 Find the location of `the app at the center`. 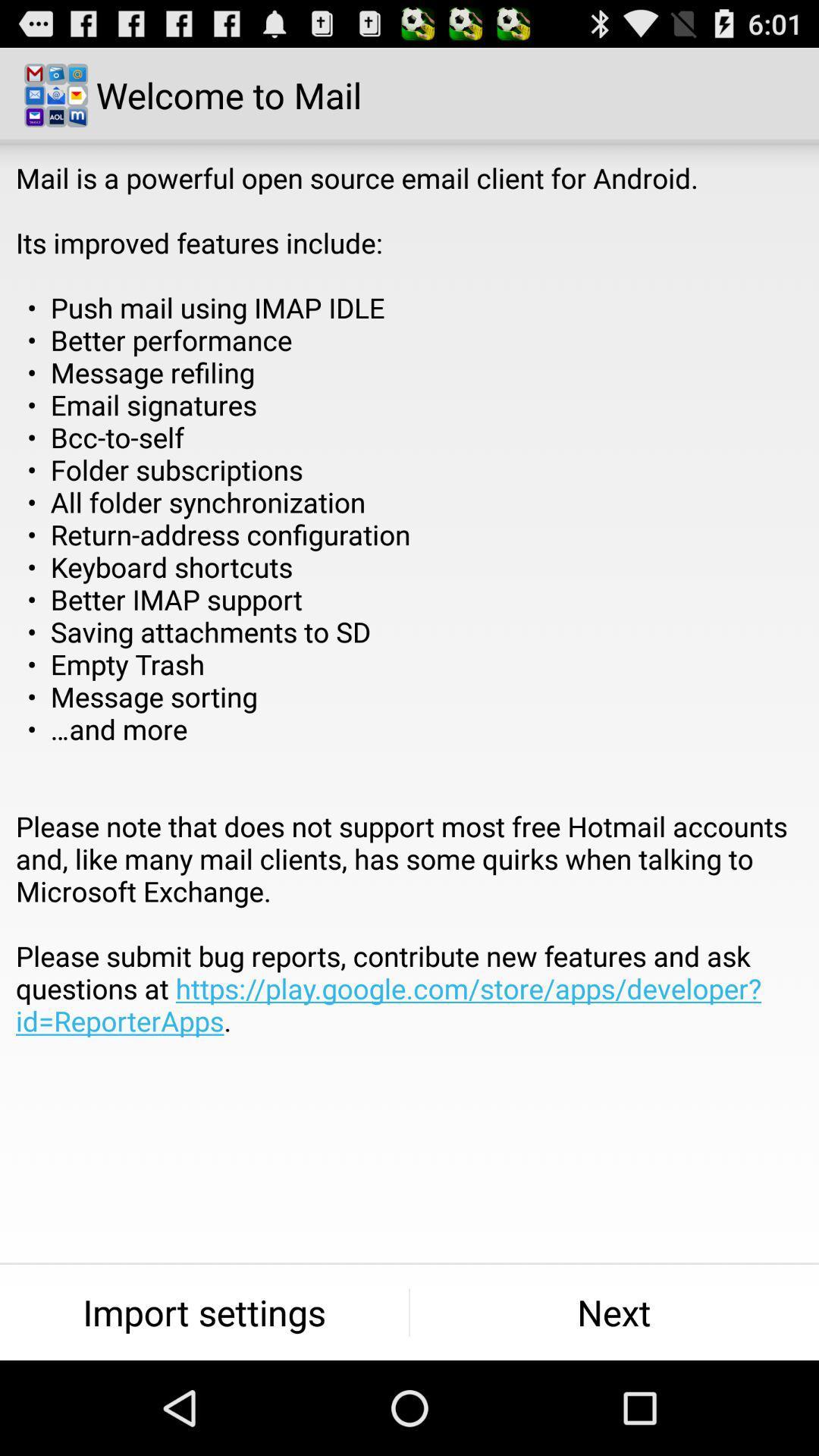

the app at the center is located at coordinates (409, 632).